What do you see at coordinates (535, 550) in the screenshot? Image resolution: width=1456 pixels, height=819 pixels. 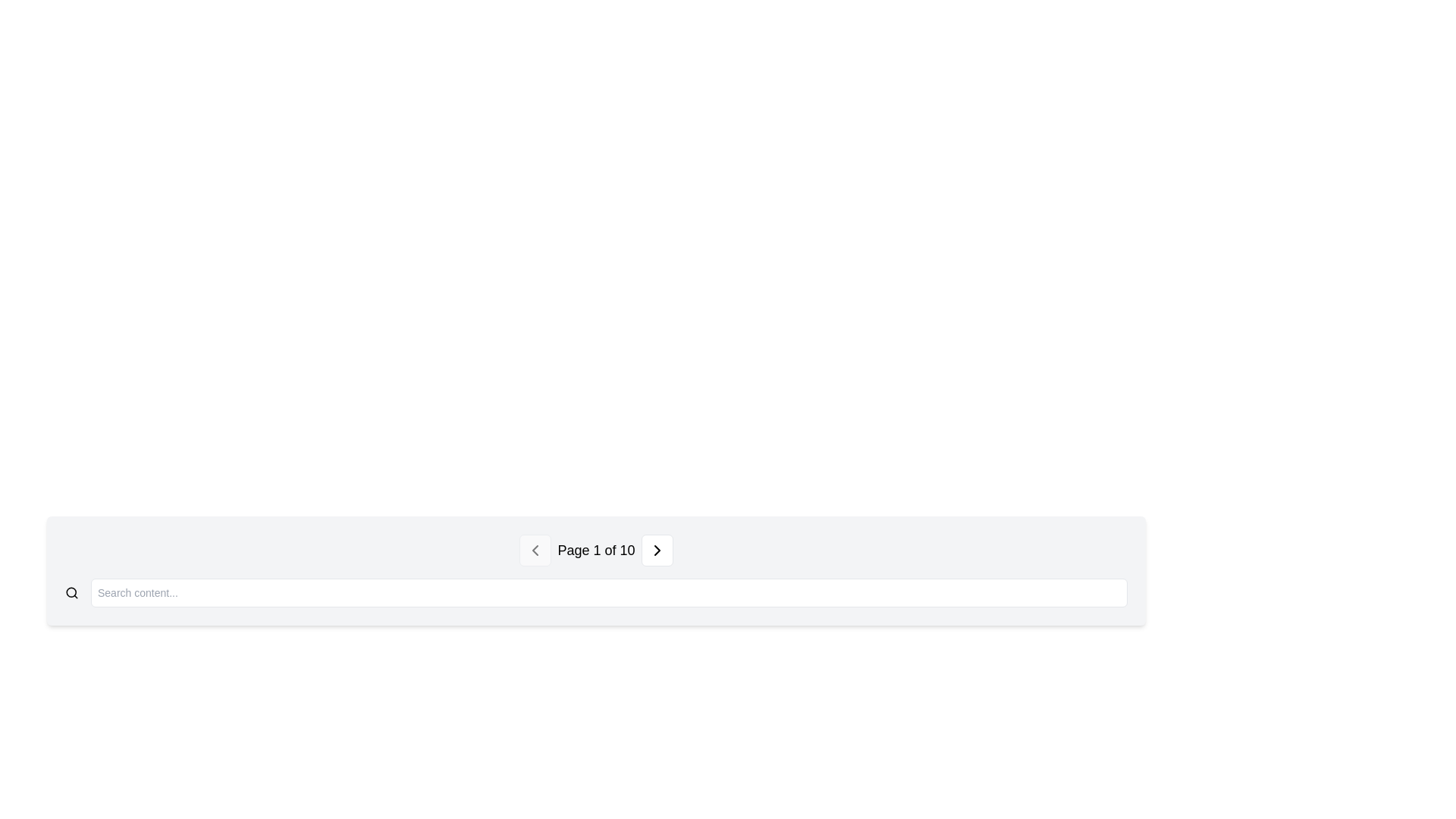 I see `the leftward-pointing chevron icon within the circular boundary located in the left navigation button of the page navigation controls` at bounding box center [535, 550].